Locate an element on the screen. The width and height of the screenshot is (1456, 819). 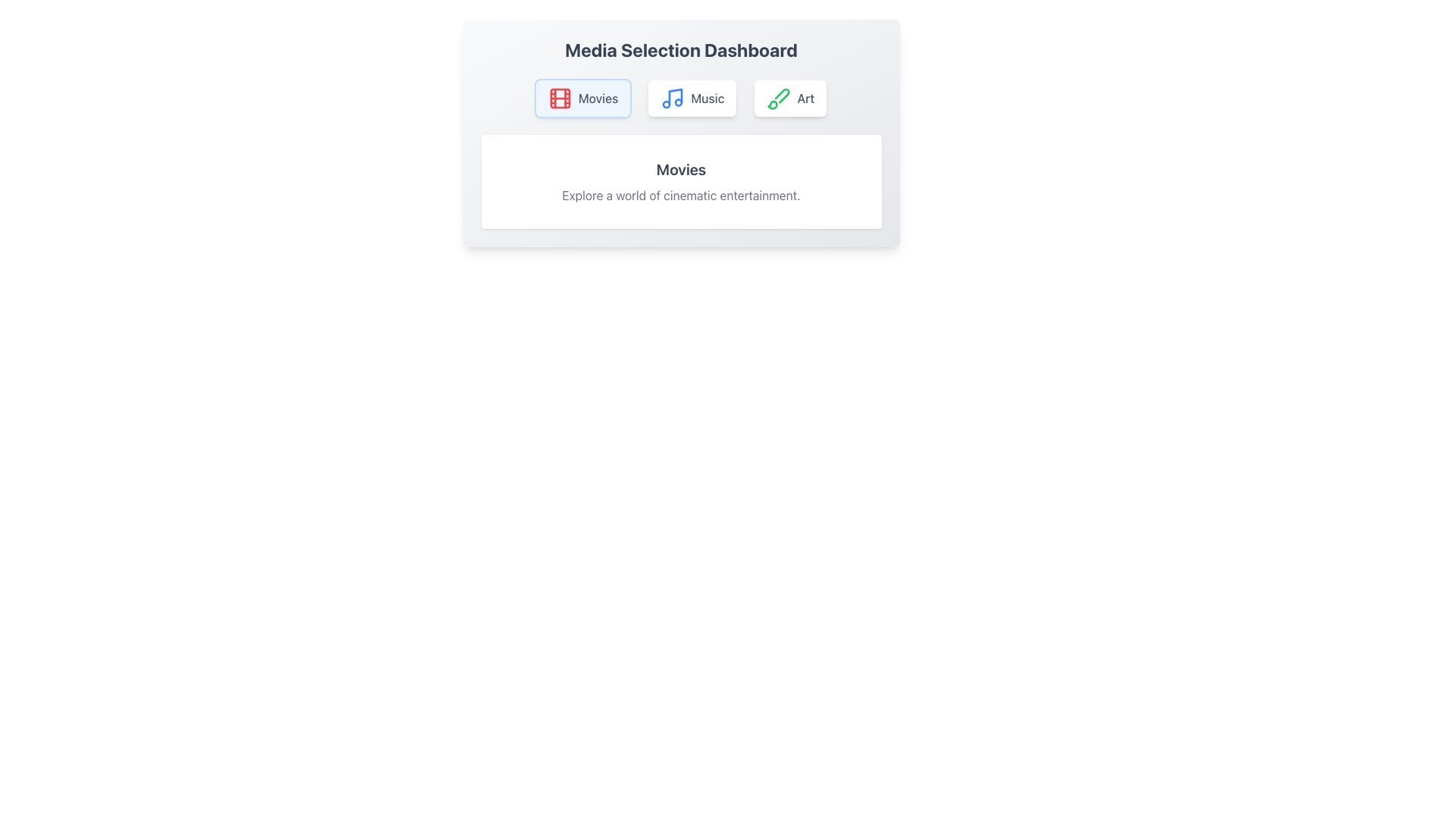
the third button in the row of three buttons under the 'Media Selection Dashboard' title is located at coordinates (789, 99).